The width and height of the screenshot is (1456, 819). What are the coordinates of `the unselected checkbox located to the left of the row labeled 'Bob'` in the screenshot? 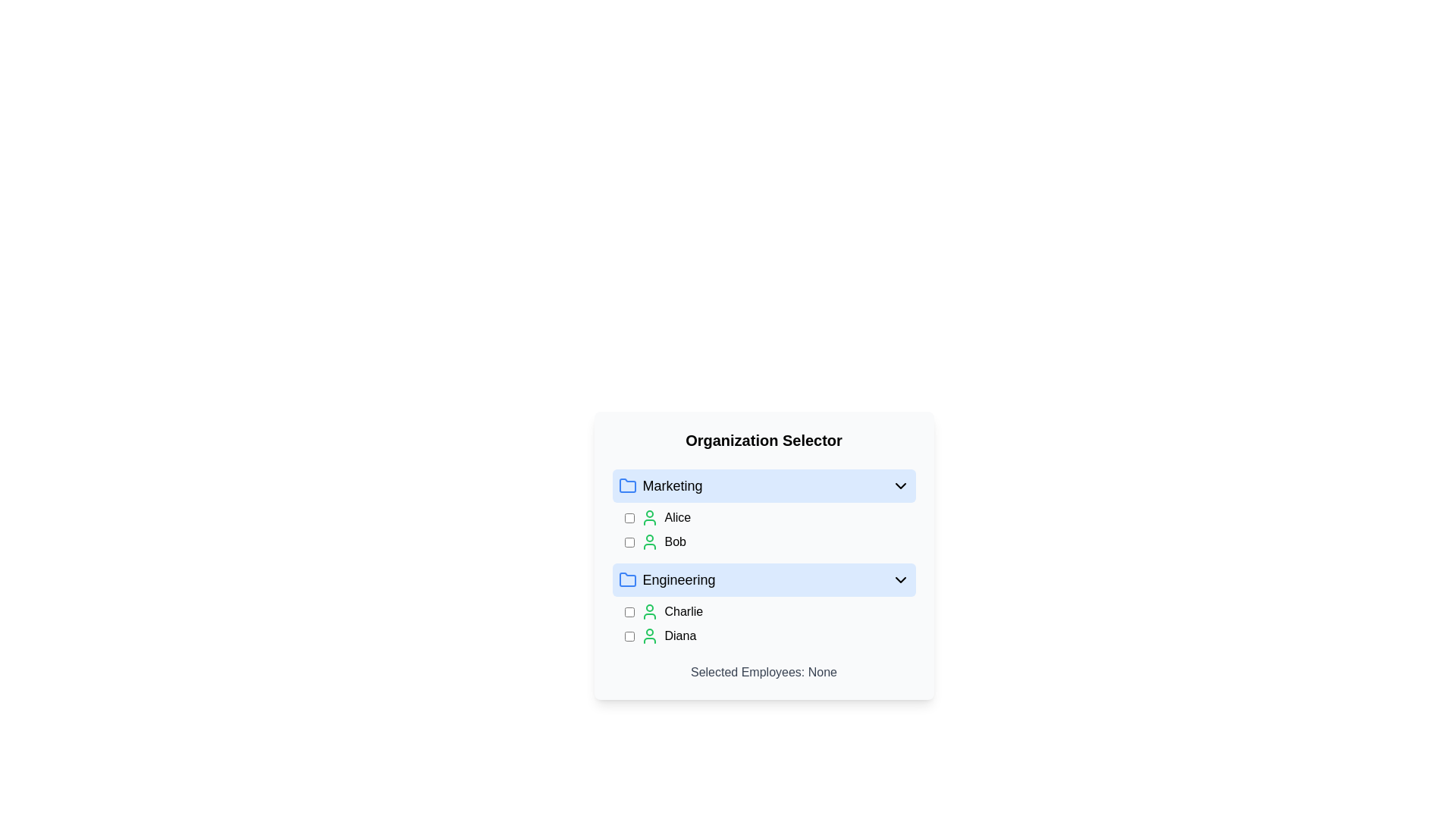 It's located at (629, 541).